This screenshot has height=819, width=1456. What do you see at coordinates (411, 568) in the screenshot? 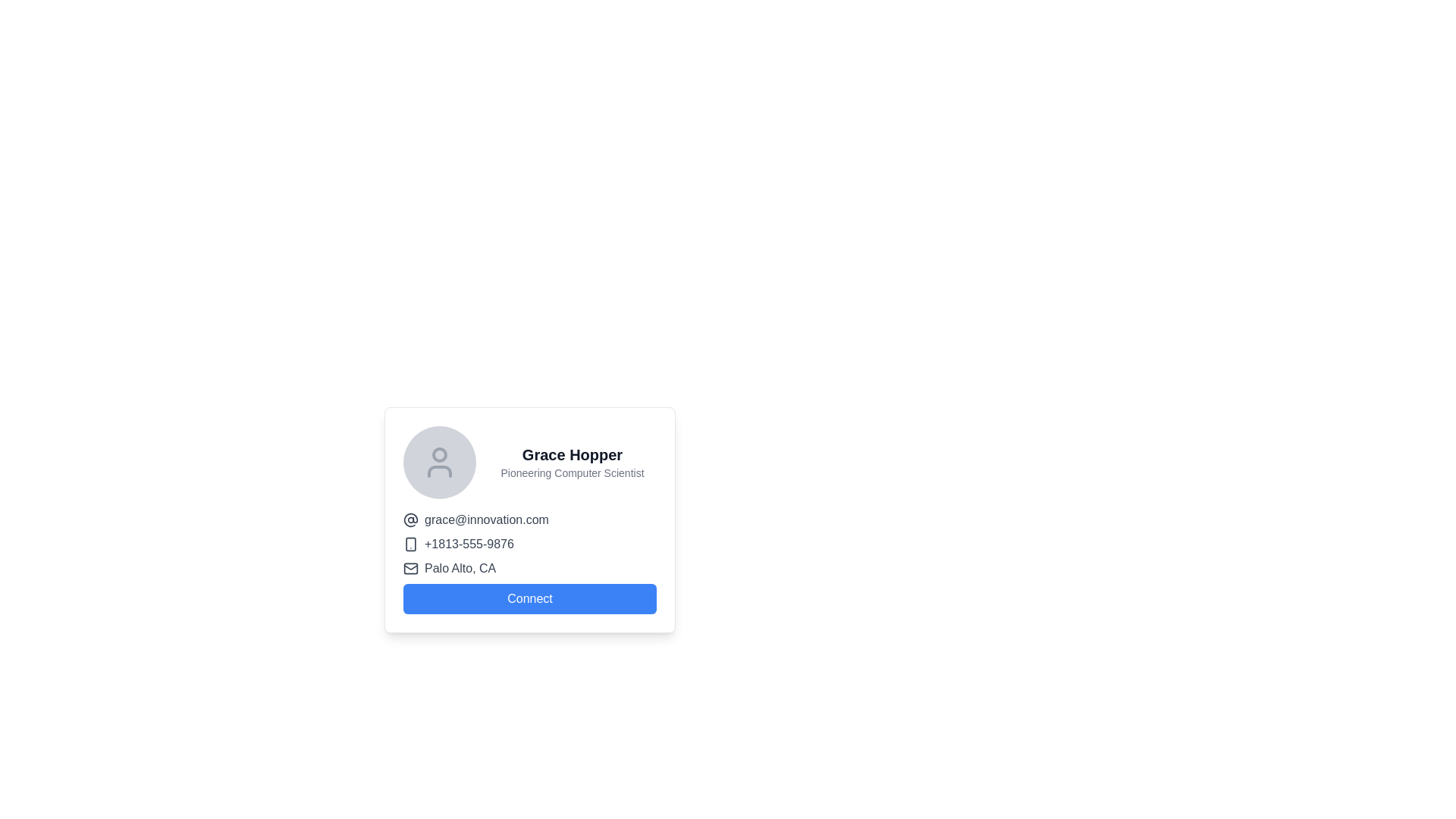
I see `the rectangular shape that resembles the body of an envelope icon, located above the text 'Palo Alto, CA' and aligned with a red mail icon` at bounding box center [411, 568].